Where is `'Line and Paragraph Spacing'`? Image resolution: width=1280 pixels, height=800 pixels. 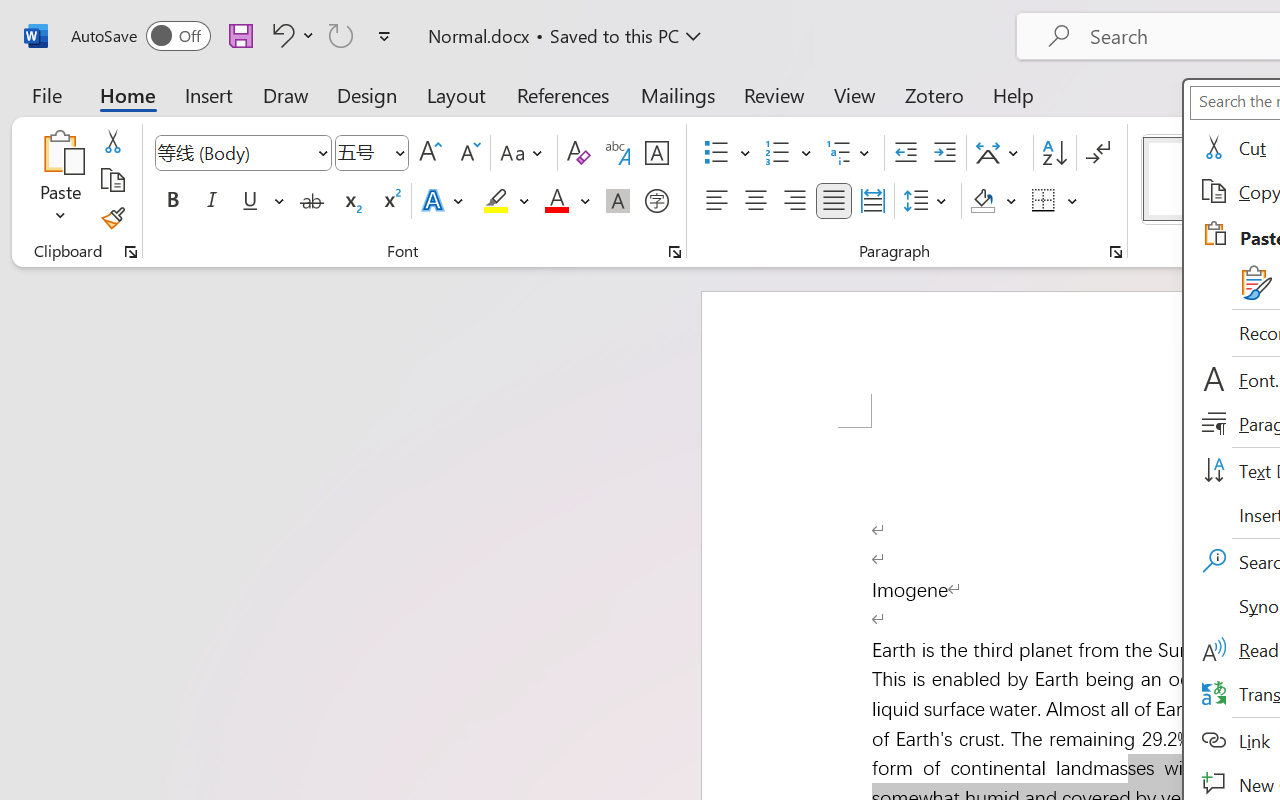 'Line and Paragraph Spacing' is located at coordinates (927, 201).